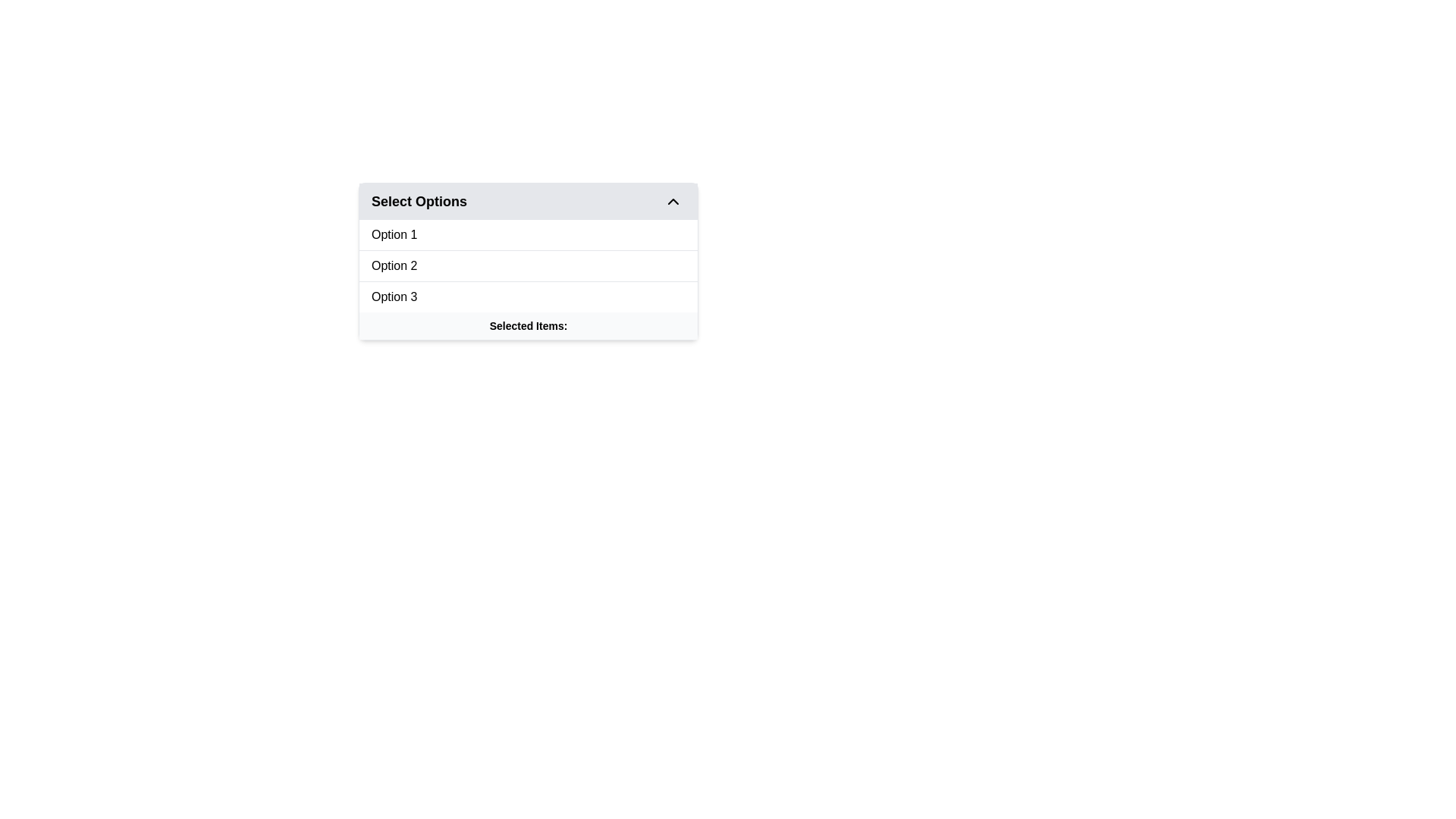  What do you see at coordinates (394, 297) in the screenshot?
I see `the text label displaying 'Option 3' in the dropdown menu` at bounding box center [394, 297].